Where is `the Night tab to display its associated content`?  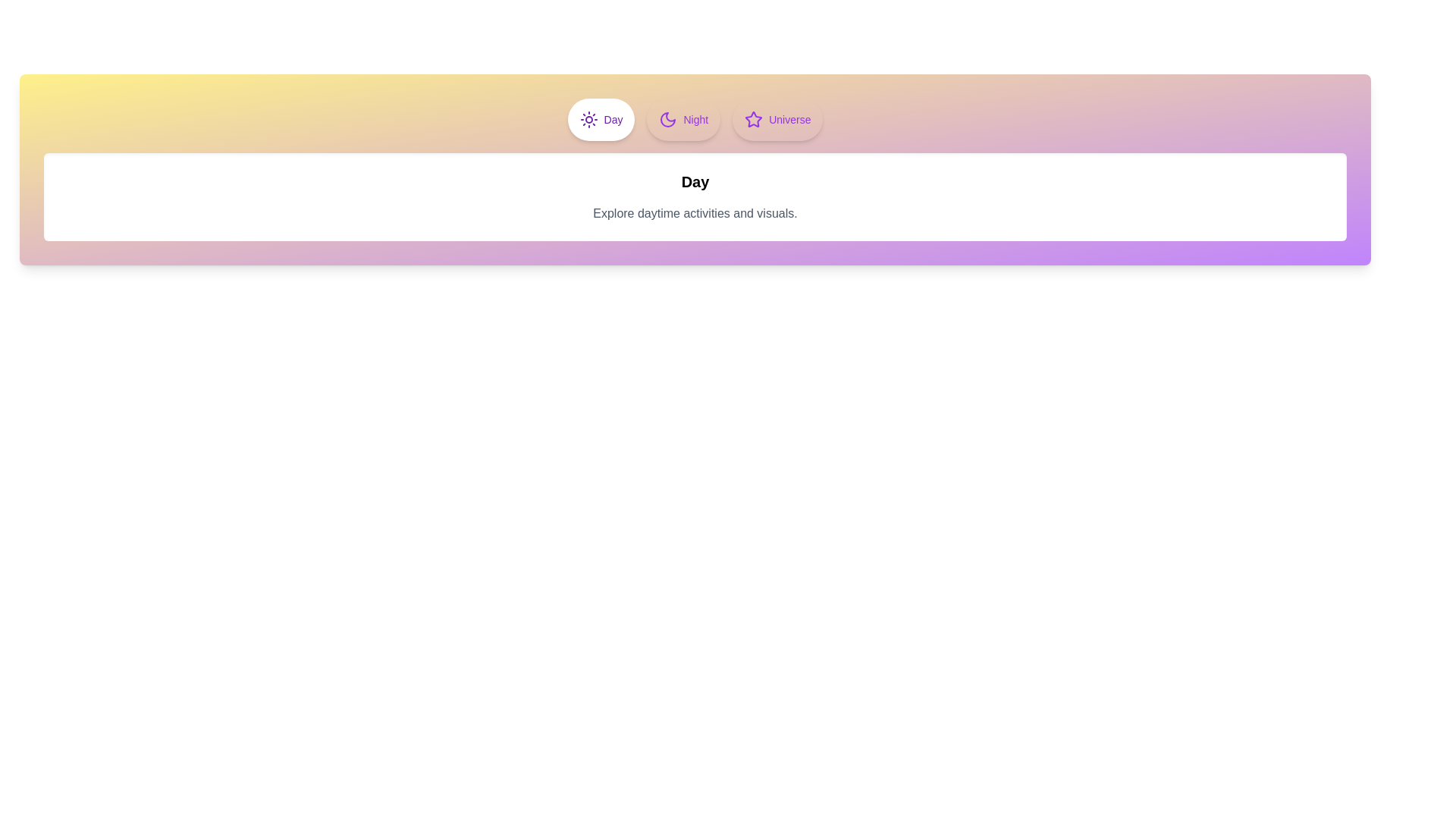 the Night tab to display its associated content is located at coordinates (682, 119).